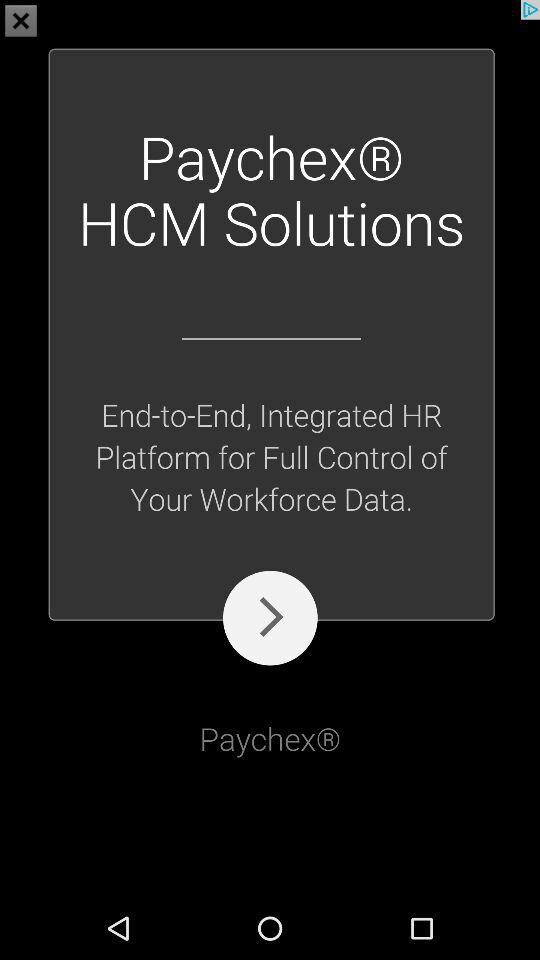 This screenshot has height=960, width=540. Describe the element at coordinates (20, 21) in the screenshot. I see `the close icon` at that location.